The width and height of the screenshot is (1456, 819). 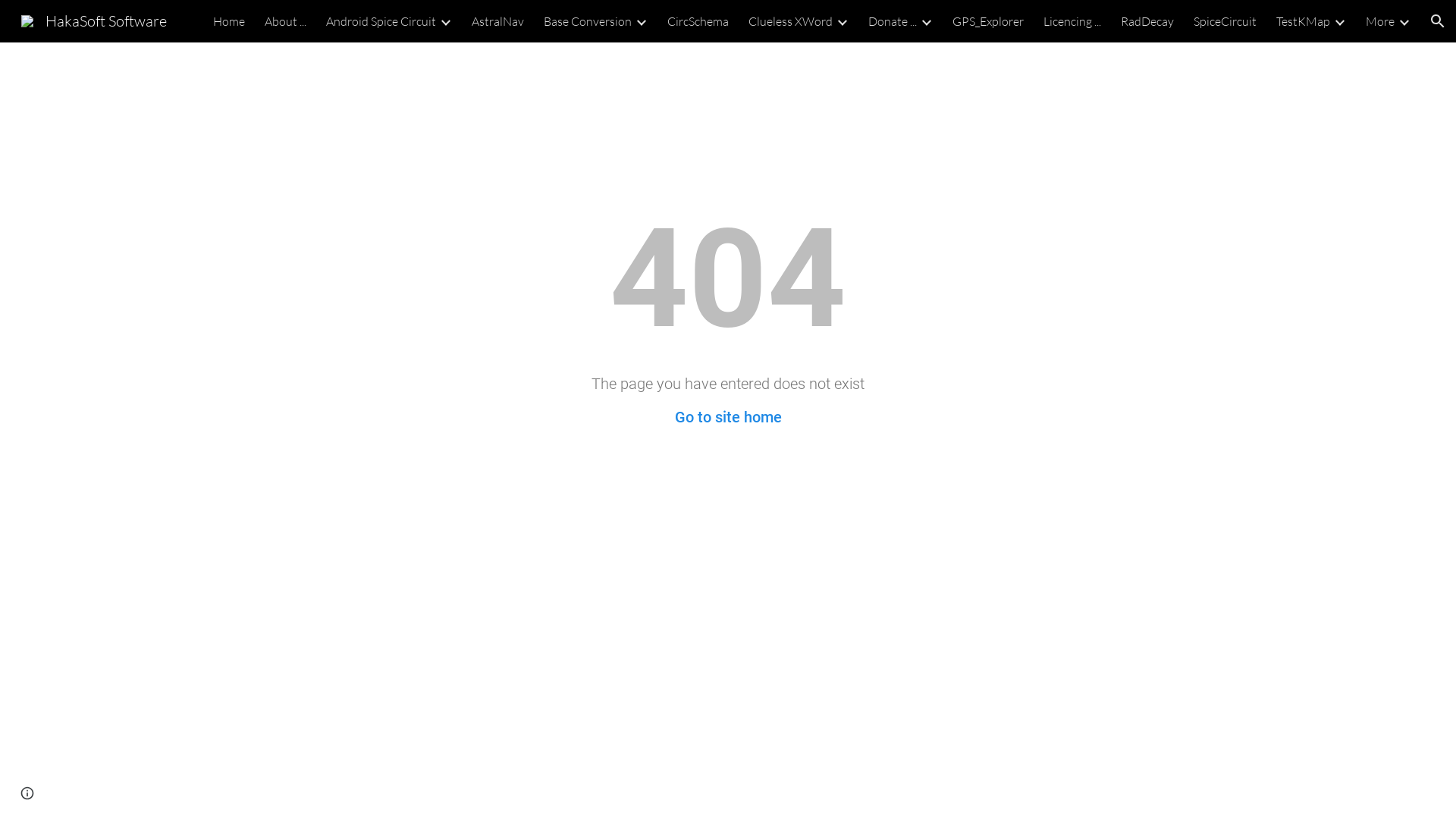 What do you see at coordinates (1403, 20) in the screenshot?
I see `'Expand/Collapse'` at bounding box center [1403, 20].